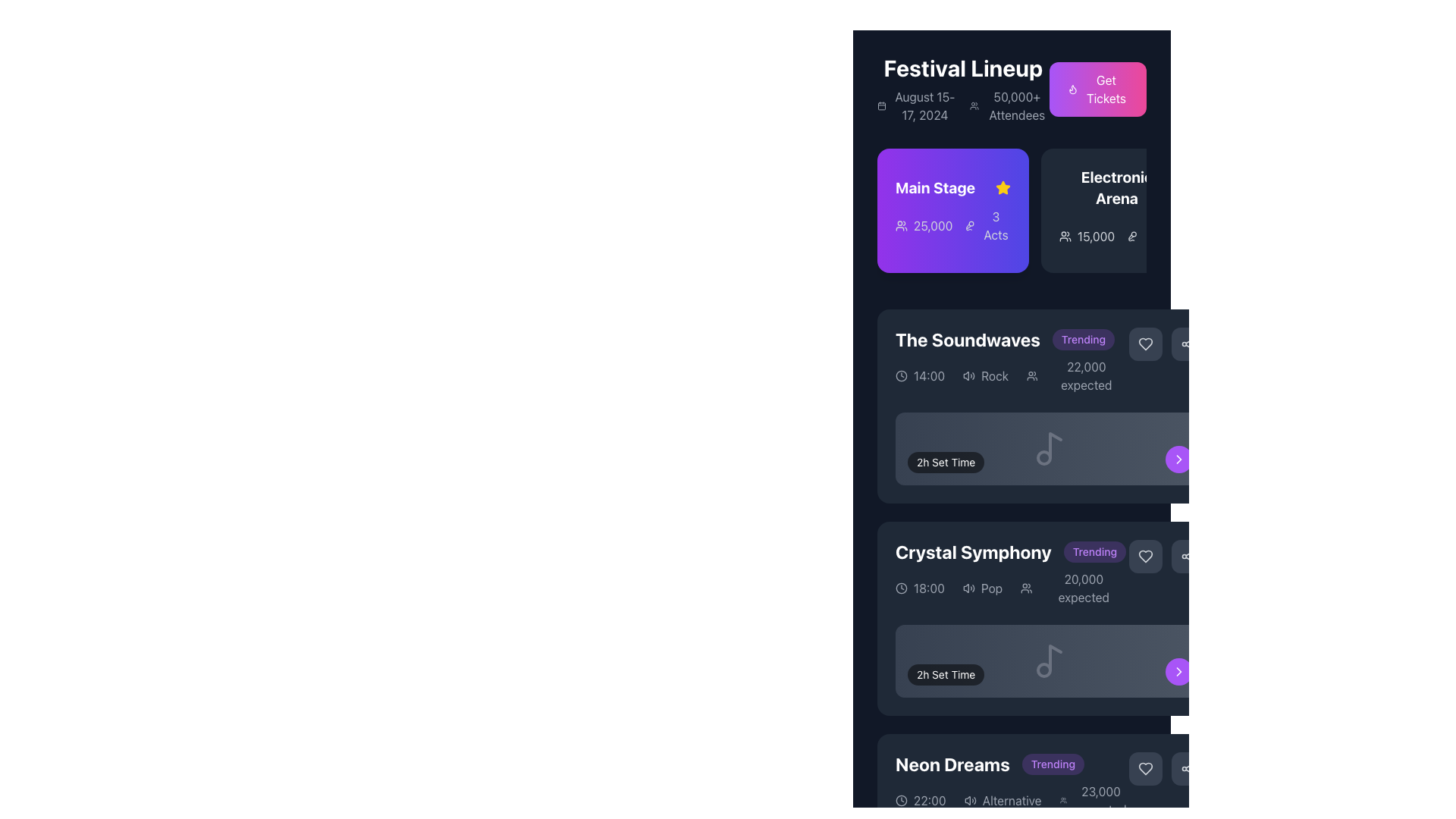 The width and height of the screenshot is (1456, 819). Describe the element at coordinates (968, 375) in the screenshot. I see `the leftmost sound icon representing the music genre 'Rock'` at that location.